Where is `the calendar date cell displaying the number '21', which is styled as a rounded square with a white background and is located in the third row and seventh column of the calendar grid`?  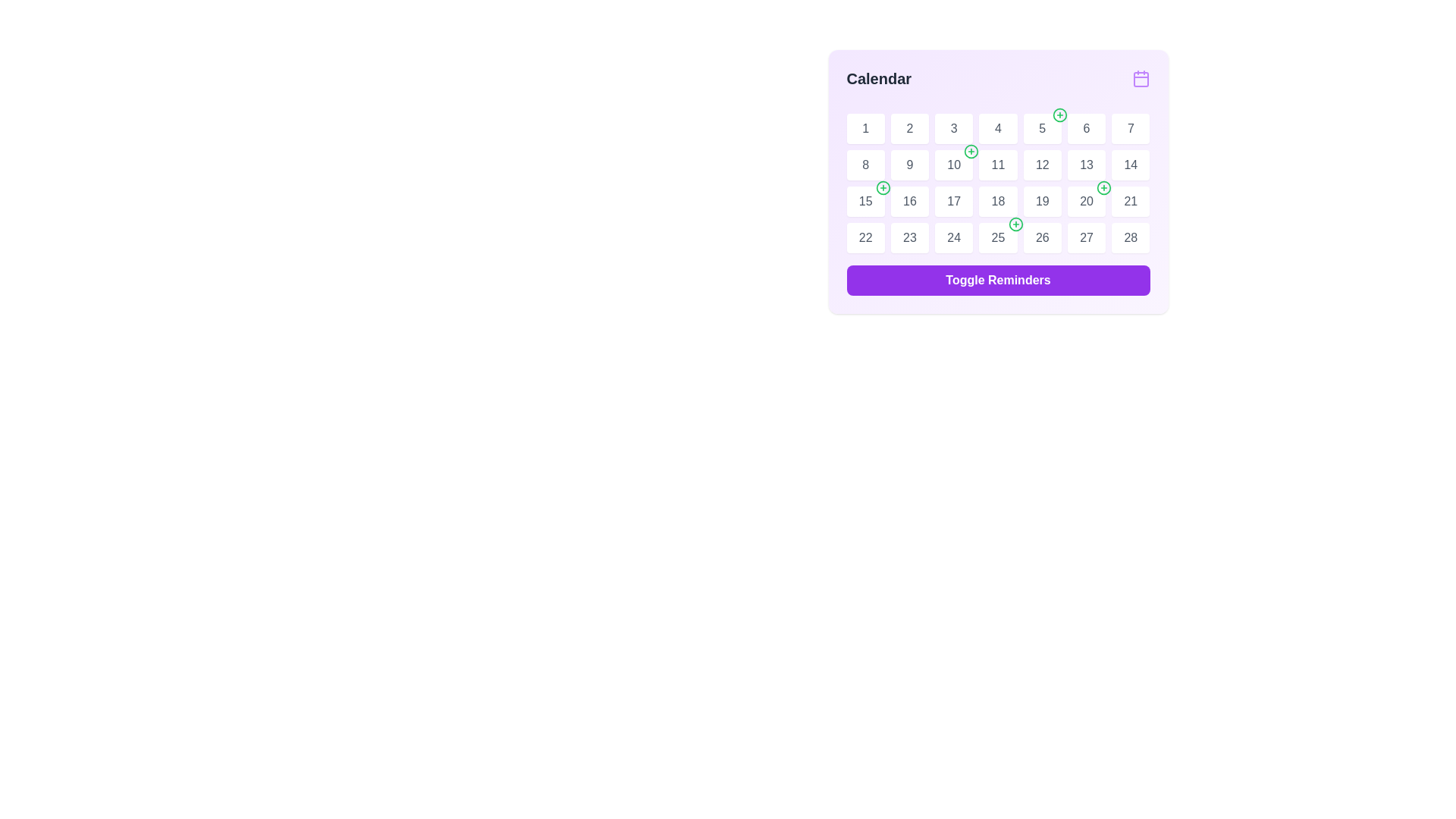 the calendar date cell displaying the number '21', which is styled as a rounded square with a white background and is located in the third row and seventh column of the calendar grid is located at coordinates (1131, 201).